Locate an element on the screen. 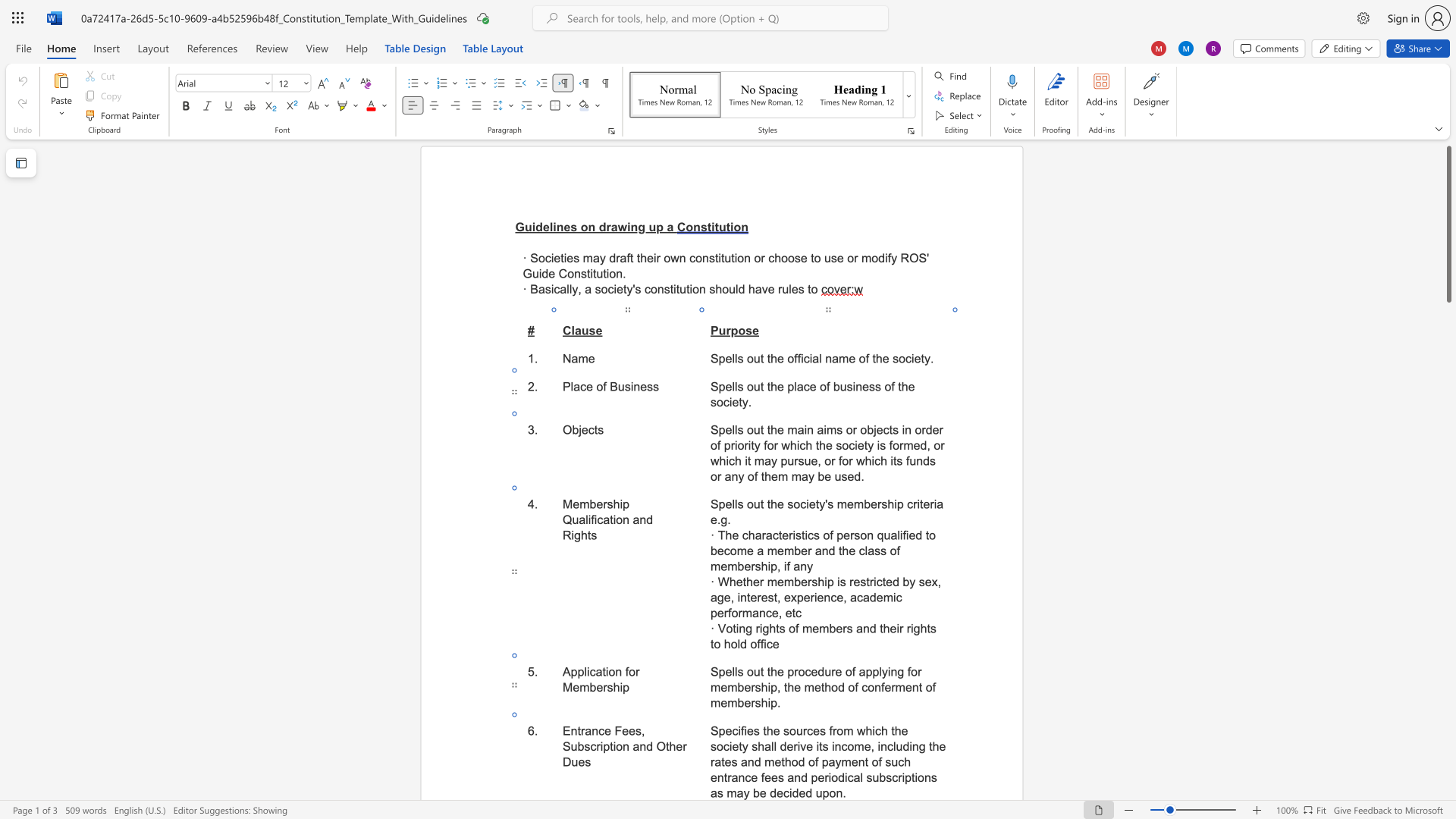 The width and height of the screenshot is (1456, 819). the space between the continuous character "h" and "a" in the text is located at coordinates (764, 745).